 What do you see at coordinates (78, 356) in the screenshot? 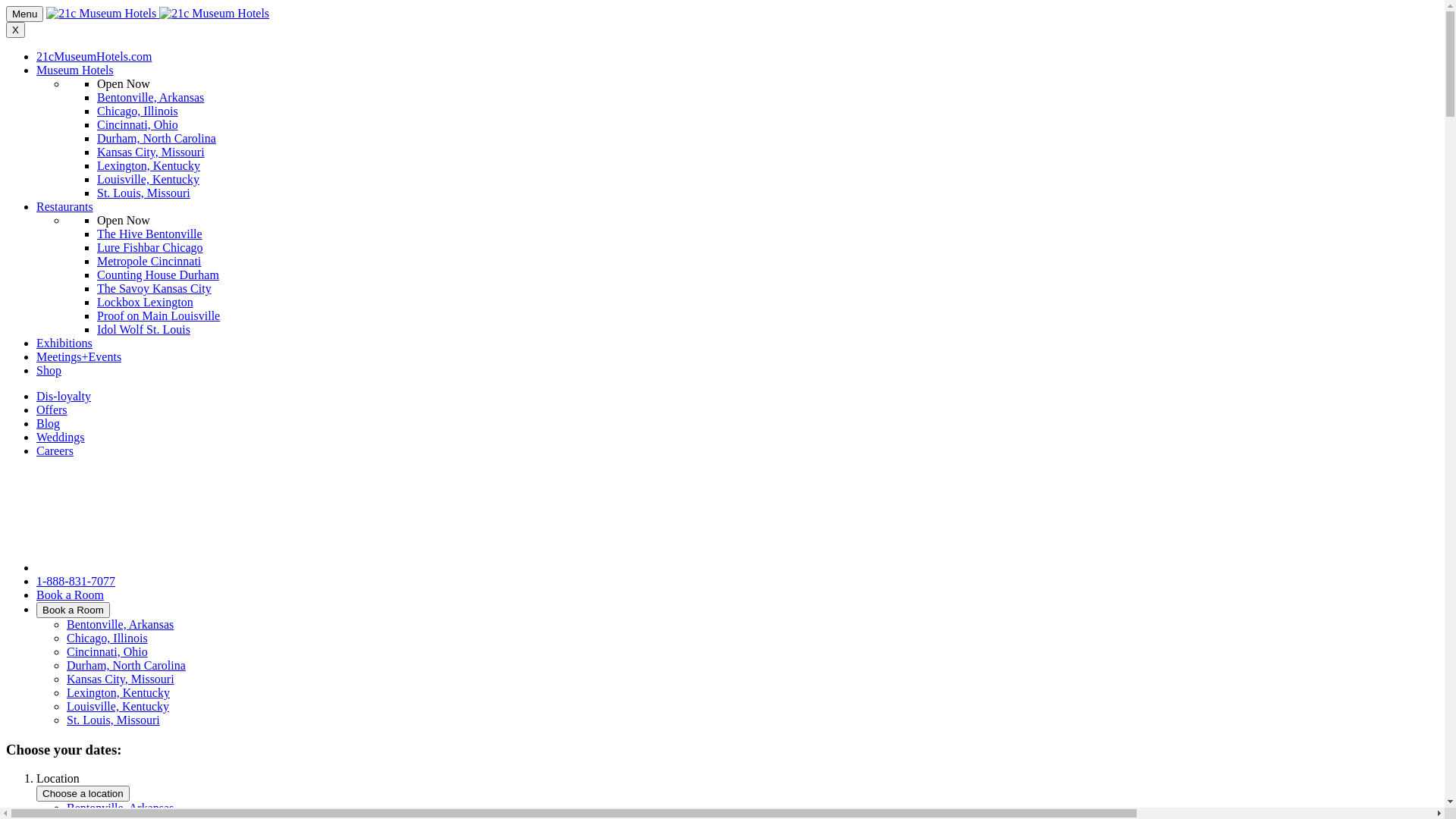
I see `'Meetings+Events'` at bounding box center [78, 356].